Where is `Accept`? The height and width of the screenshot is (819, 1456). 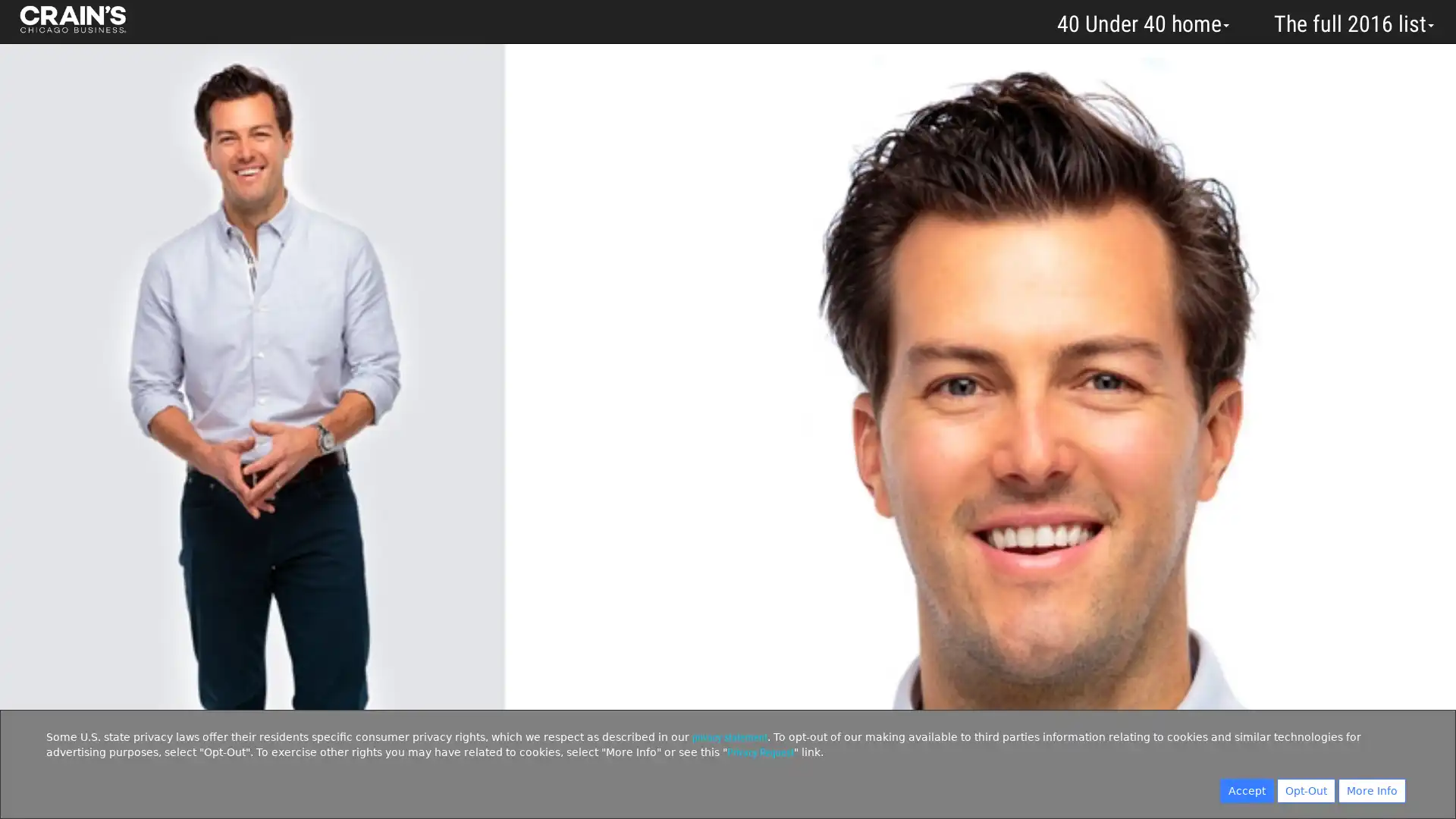
Accept is located at coordinates (1247, 789).